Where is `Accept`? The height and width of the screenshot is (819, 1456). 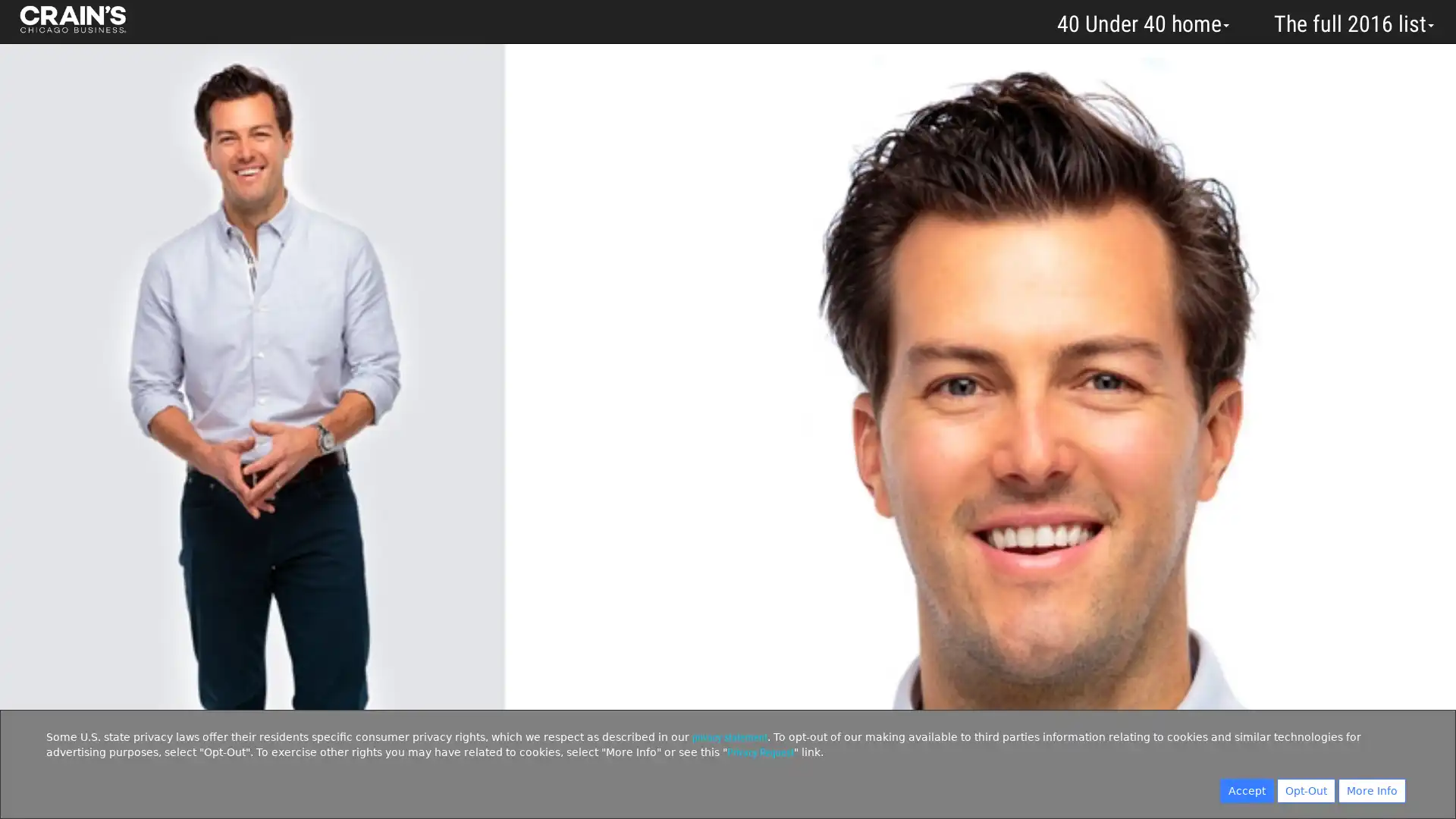
Accept is located at coordinates (1247, 789).